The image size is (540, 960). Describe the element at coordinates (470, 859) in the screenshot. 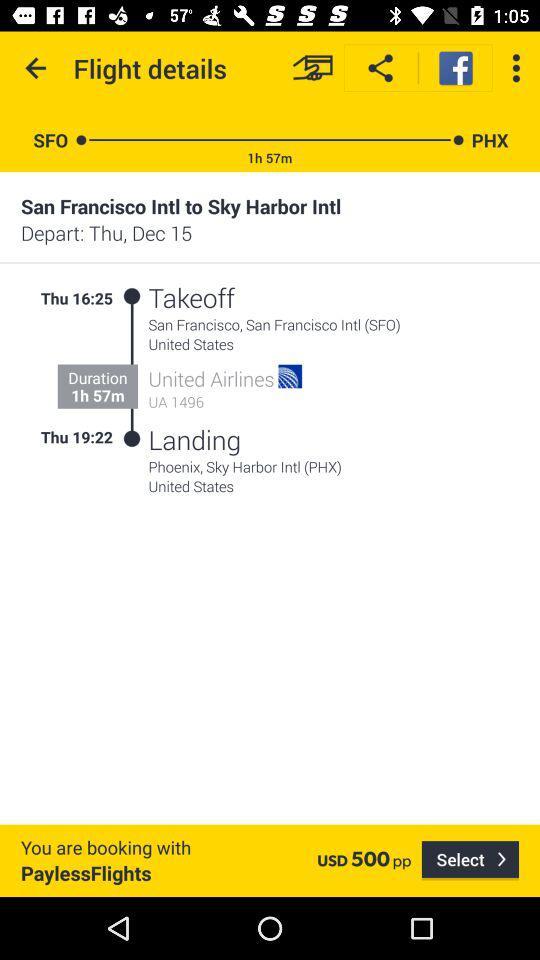

I see `icon below the united states icon` at that location.